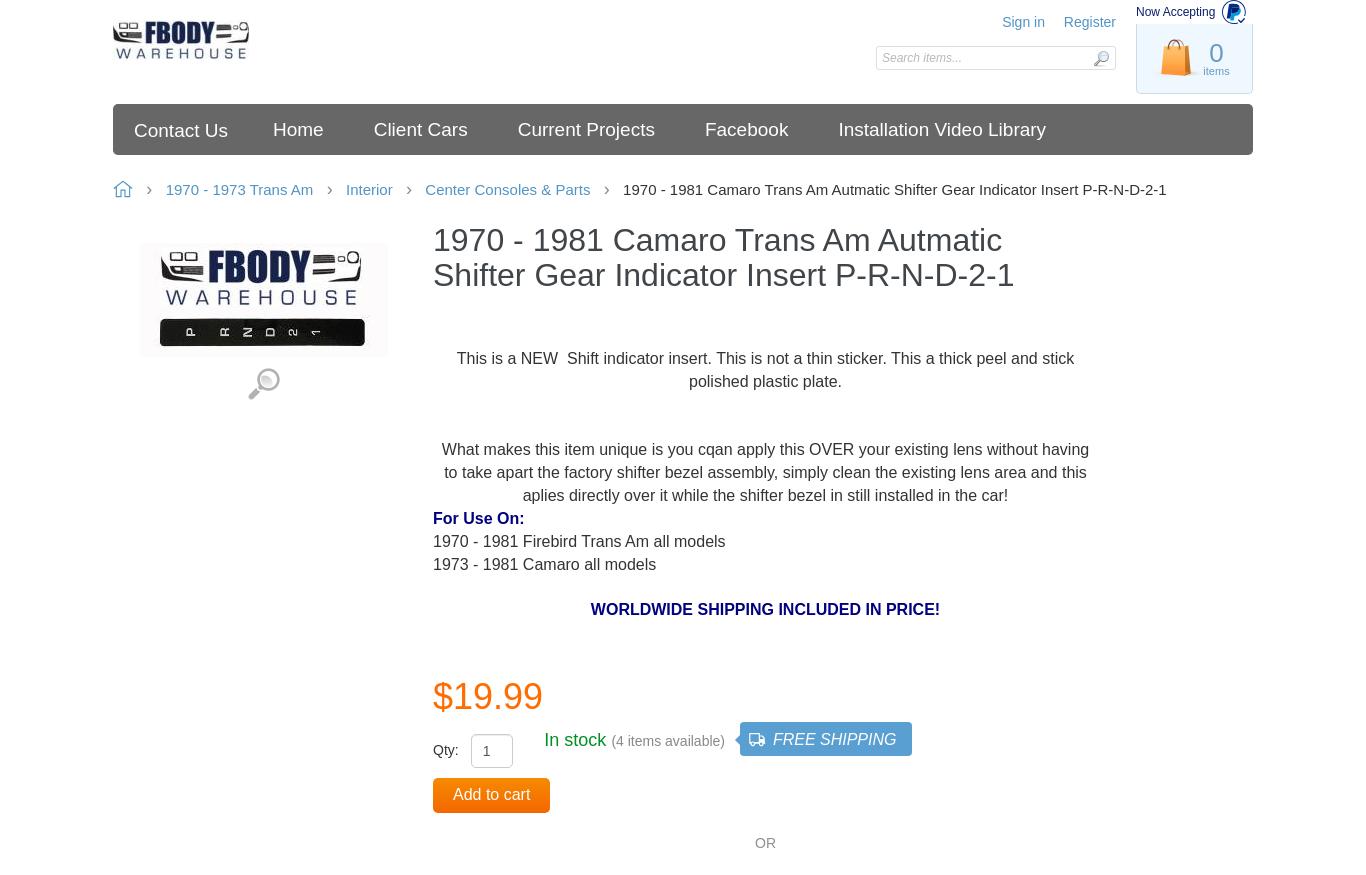 The width and height of the screenshot is (1366, 875). What do you see at coordinates (419, 128) in the screenshot?
I see `'Client Cars'` at bounding box center [419, 128].